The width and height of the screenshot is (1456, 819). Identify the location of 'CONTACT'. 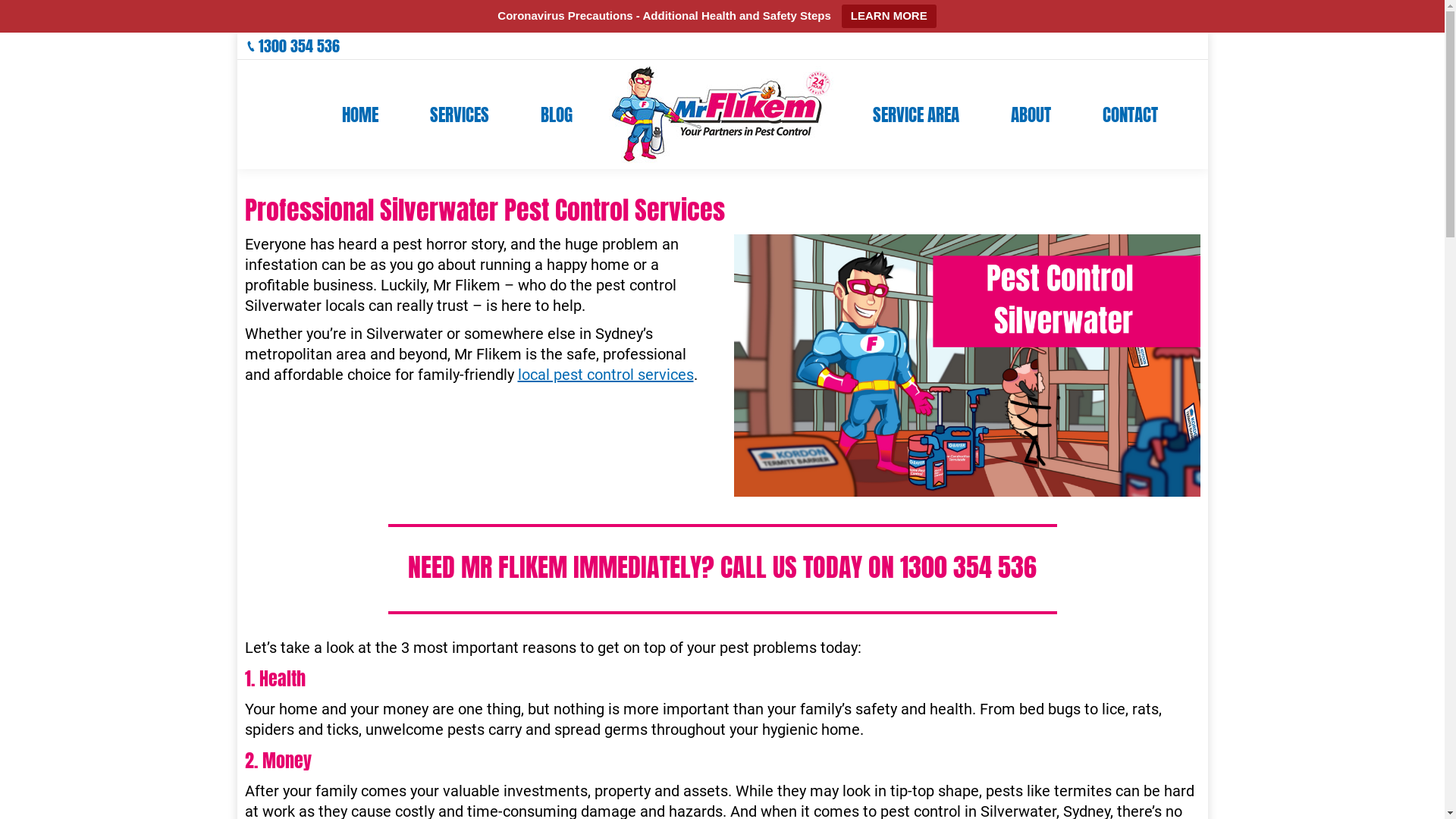
(1130, 113).